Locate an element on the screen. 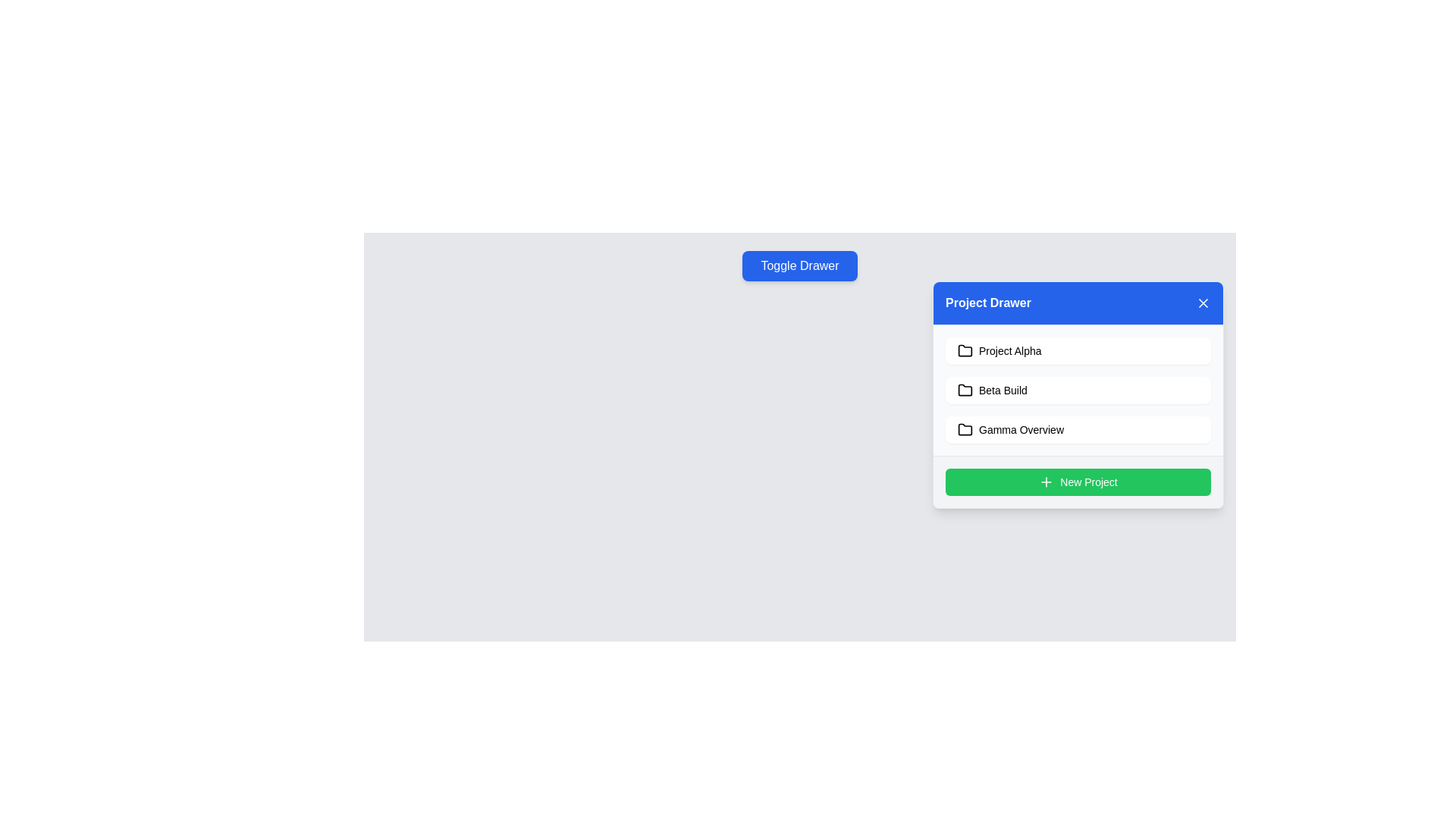 This screenshot has width=1456, height=819. the small monochromatic folder icon located at the leftmost position within the 'Beta Build' row is located at coordinates (964, 390).